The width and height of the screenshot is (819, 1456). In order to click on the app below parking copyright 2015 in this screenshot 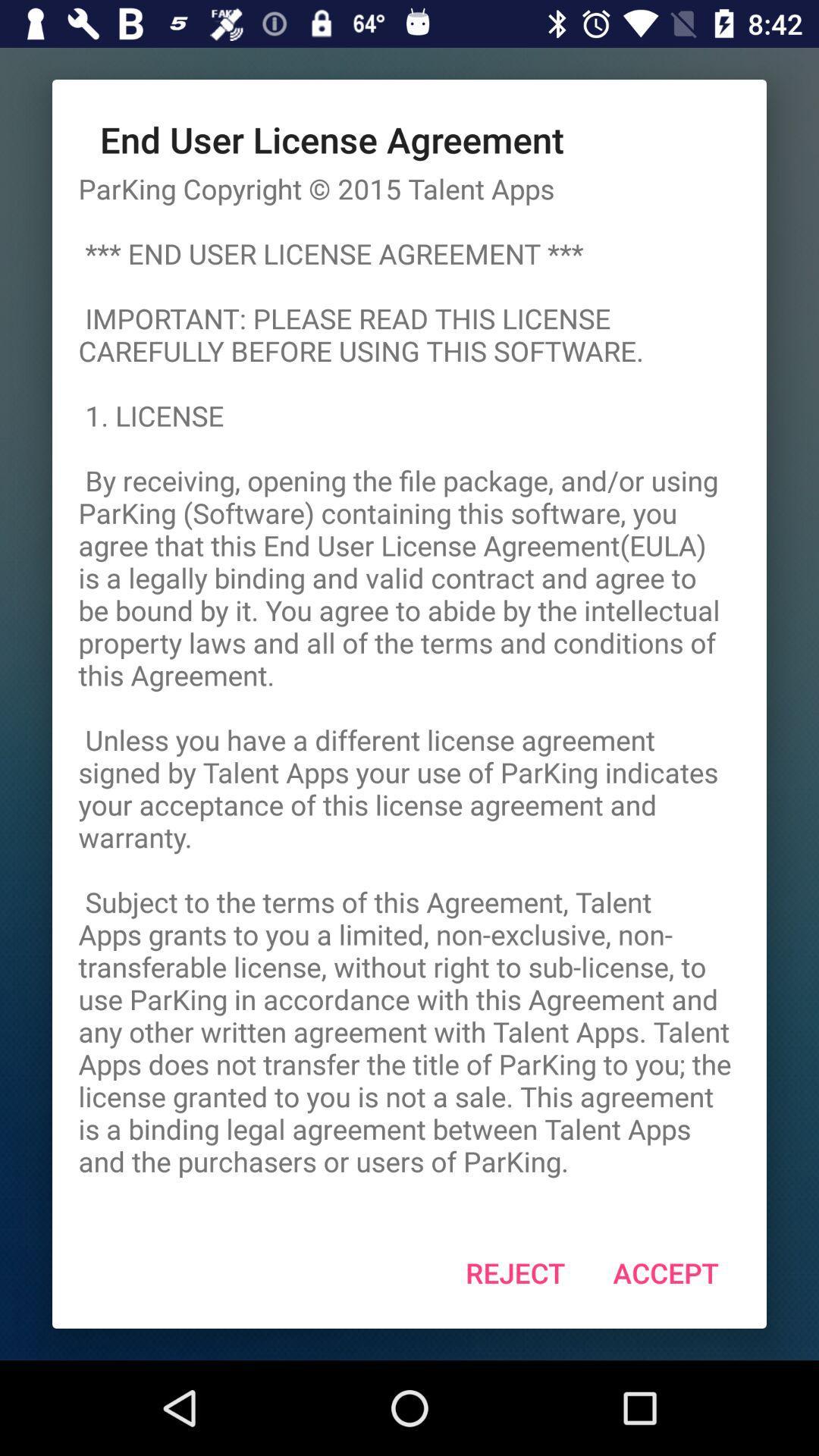, I will do `click(514, 1272)`.